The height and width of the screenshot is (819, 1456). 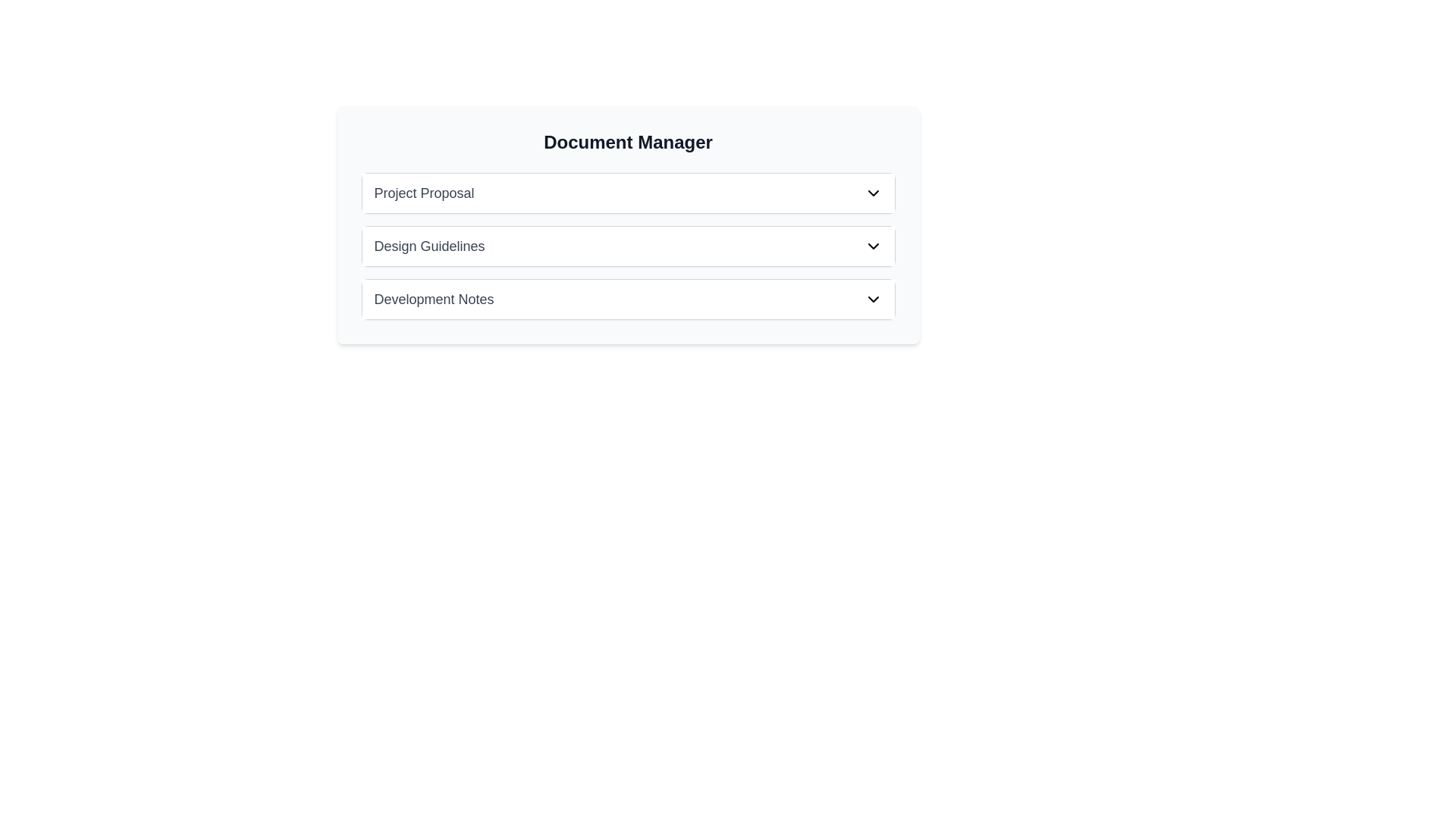 What do you see at coordinates (873, 192) in the screenshot?
I see `the collapsible icon located at the top right corner of the 'Project Proposal' section in the 'Document Manager'` at bounding box center [873, 192].